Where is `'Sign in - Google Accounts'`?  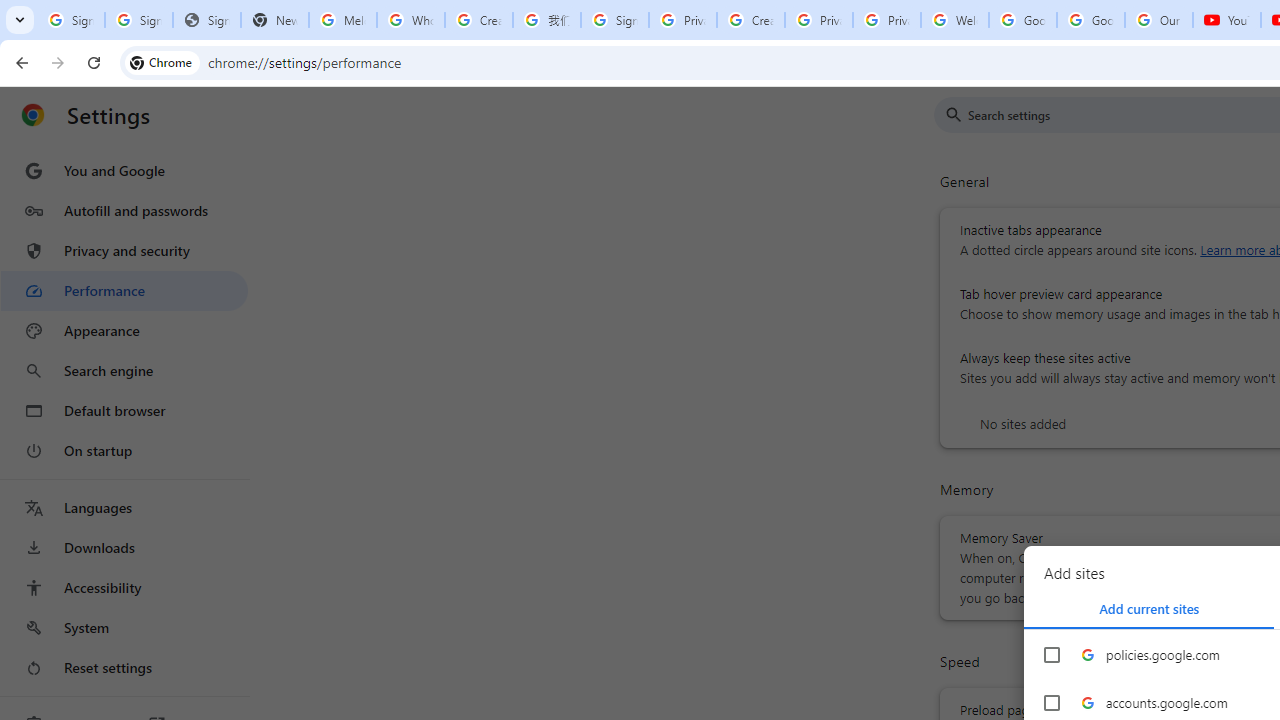
'Sign in - Google Accounts' is located at coordinates (71, 20).